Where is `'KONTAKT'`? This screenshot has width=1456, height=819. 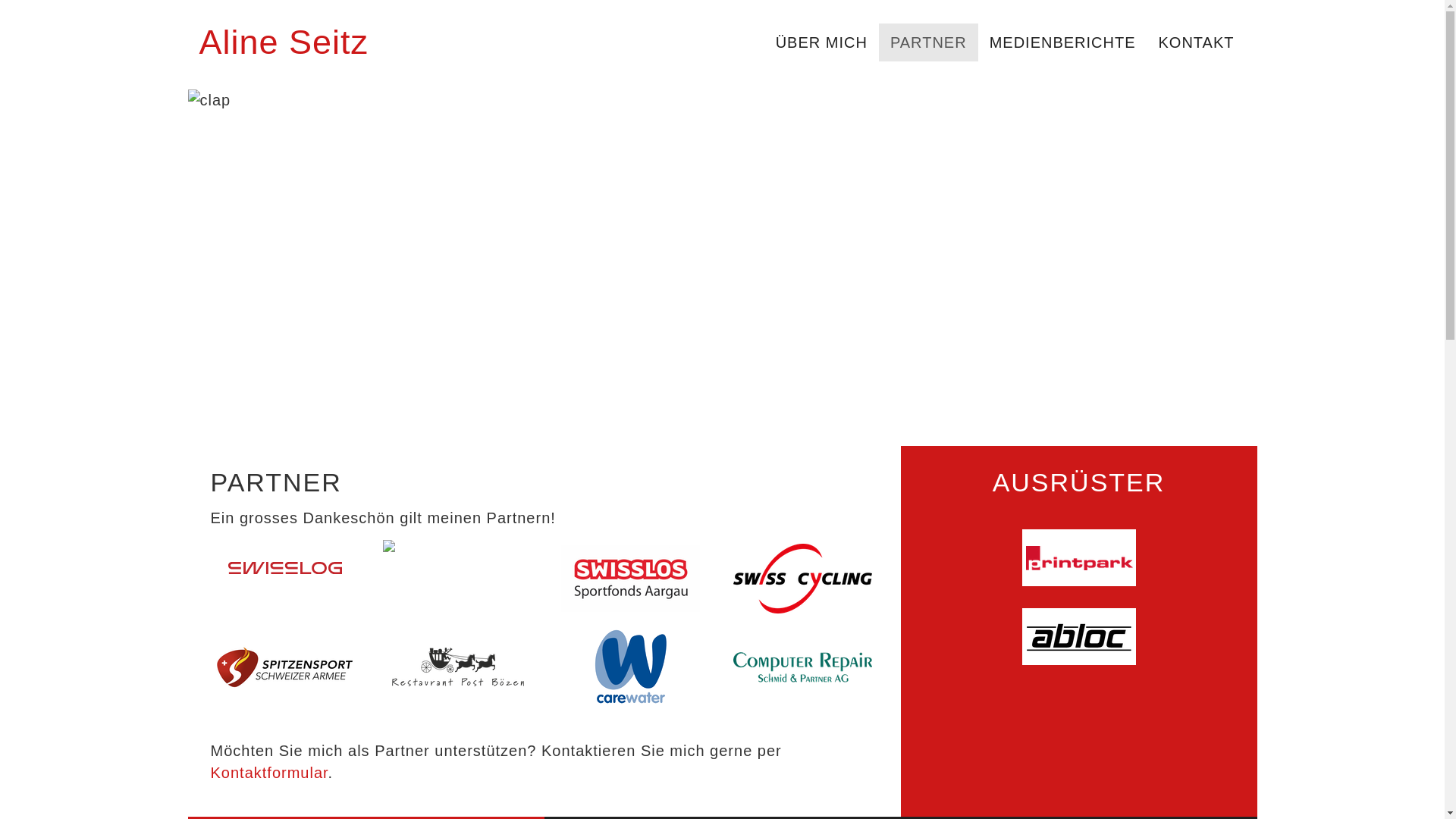
'KONTAKT' is located at coordinates (1196, 42).